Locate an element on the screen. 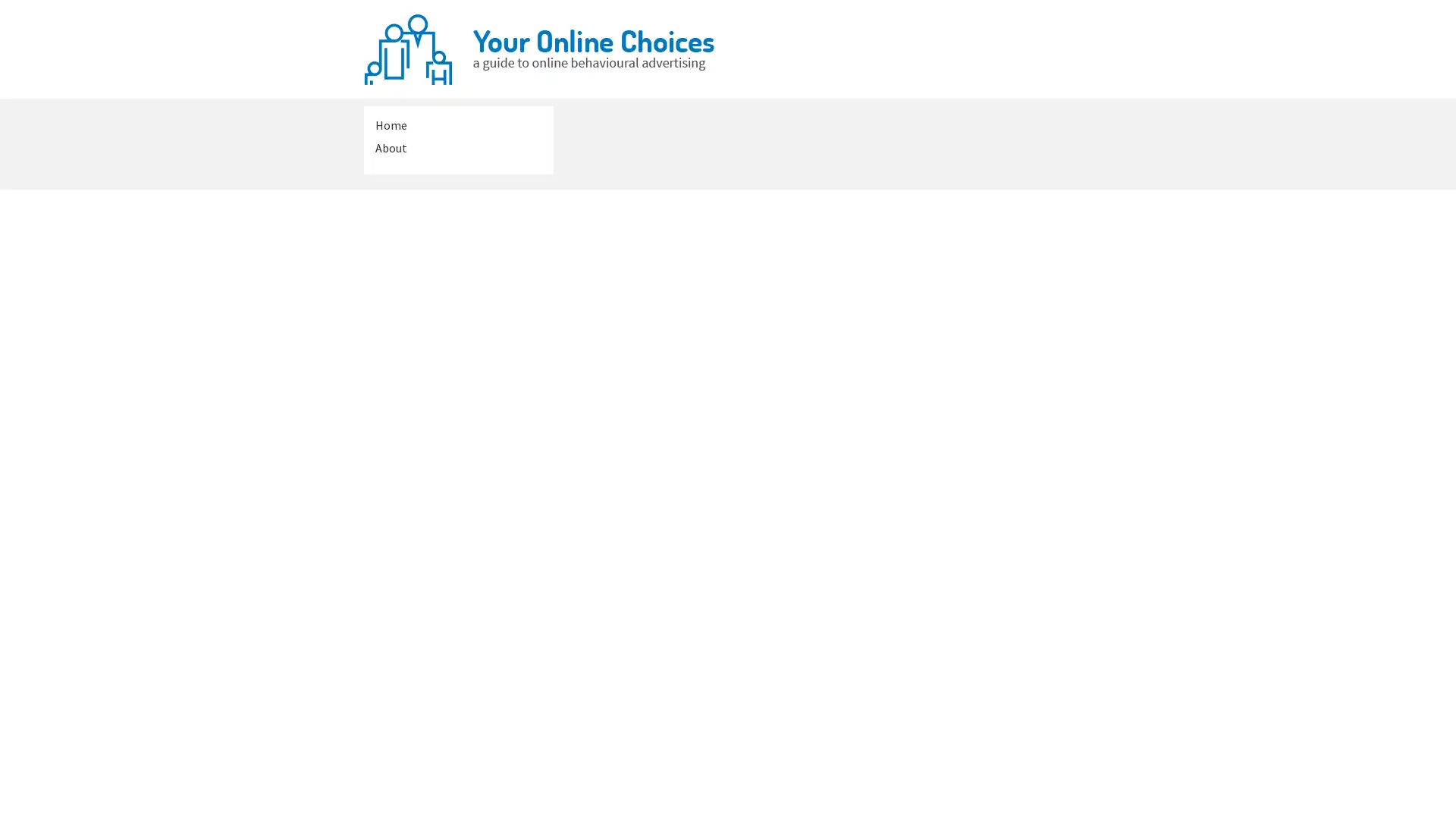 The image size is (1456, 819). show more media controls is located at coordinates (1030, 415).